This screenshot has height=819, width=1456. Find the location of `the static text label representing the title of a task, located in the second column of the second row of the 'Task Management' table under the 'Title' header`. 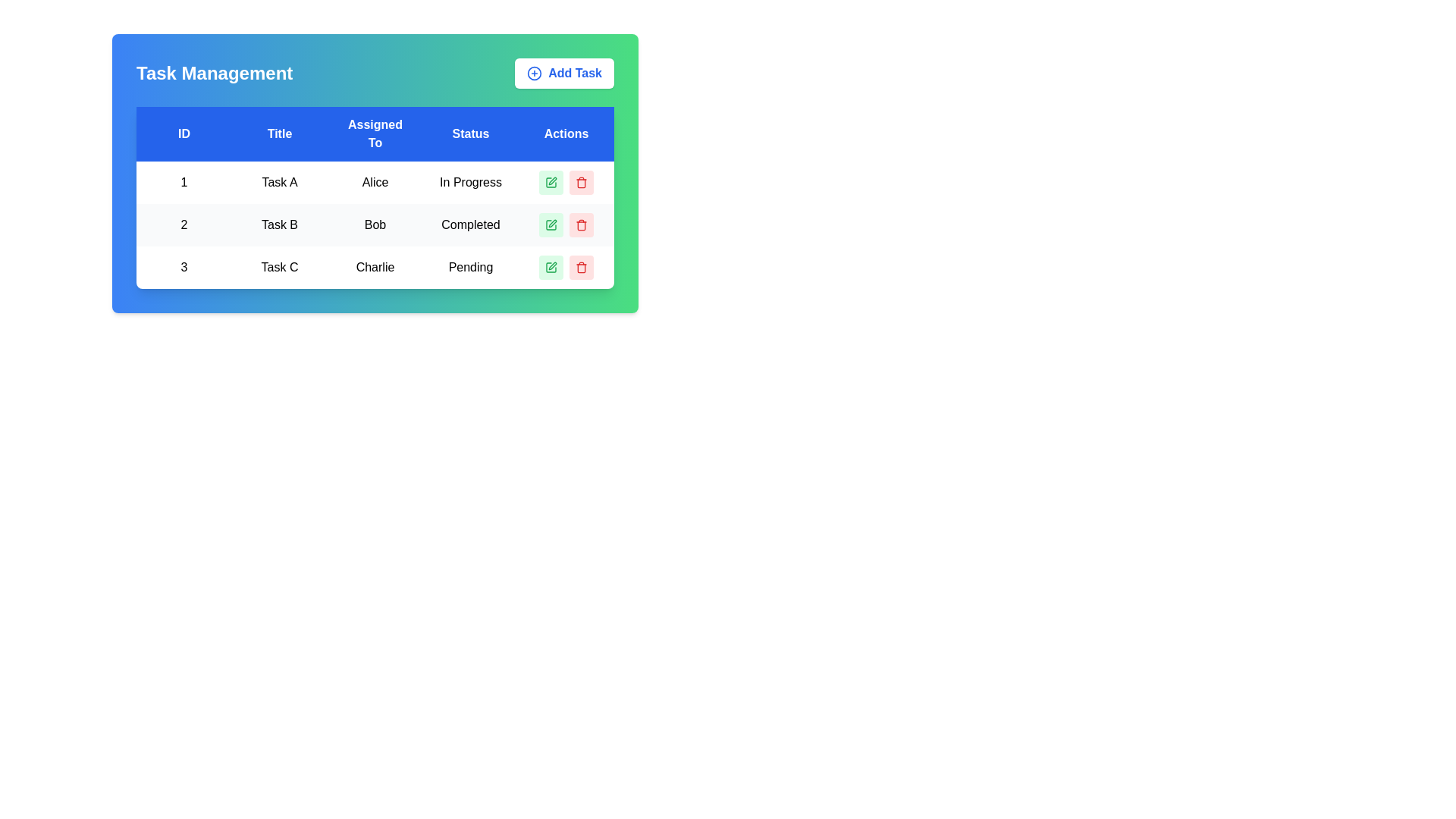

the static text label representing the title of a task, located in the second column of the second row of the 'Task Management' table under the 'Title' header is located at coordinates (280, 225).